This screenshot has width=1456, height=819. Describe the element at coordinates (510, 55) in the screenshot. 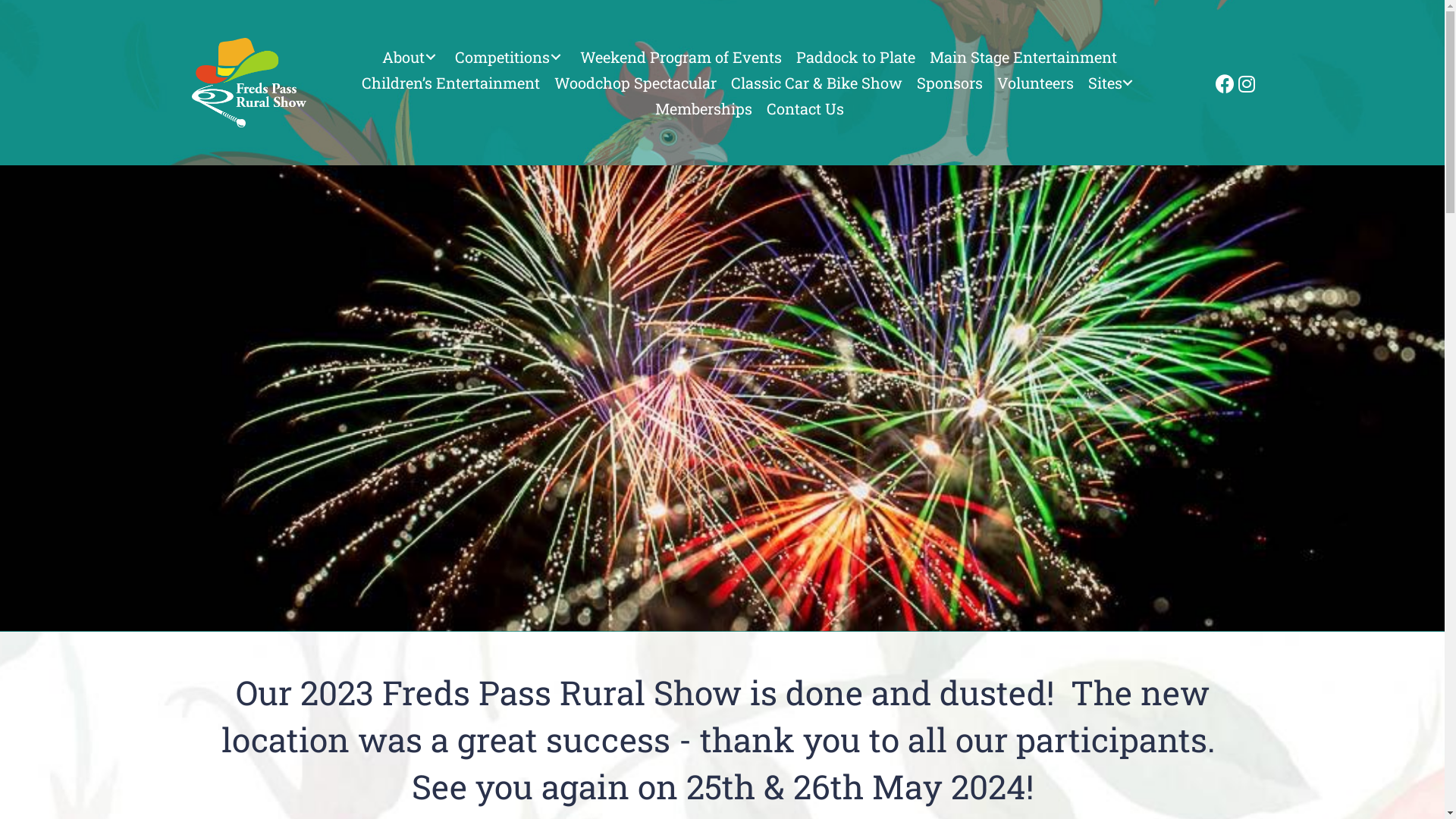

I see `'Competitions'` at that location.